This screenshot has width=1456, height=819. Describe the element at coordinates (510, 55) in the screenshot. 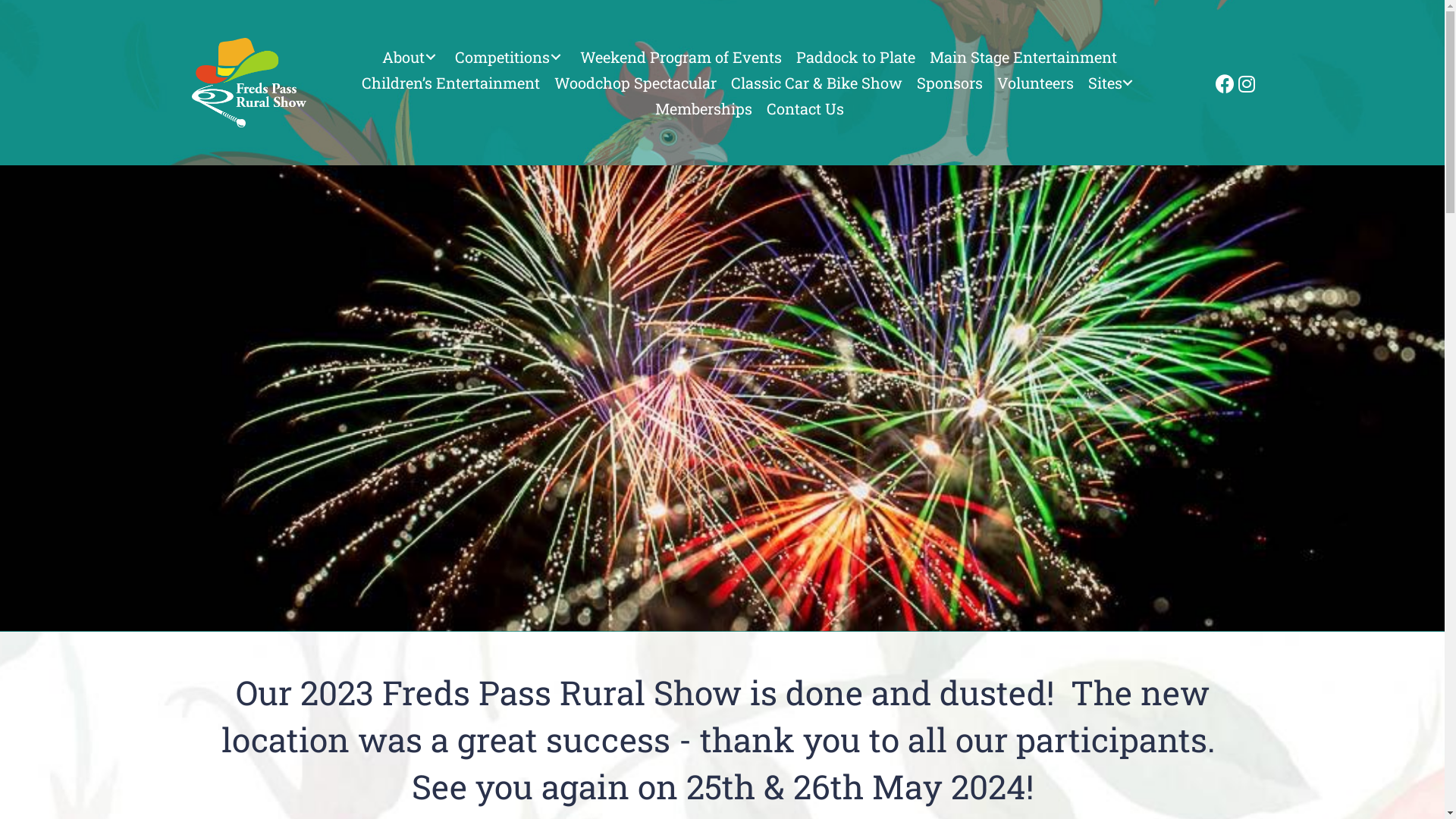

I see `'Competitions'` at that location.